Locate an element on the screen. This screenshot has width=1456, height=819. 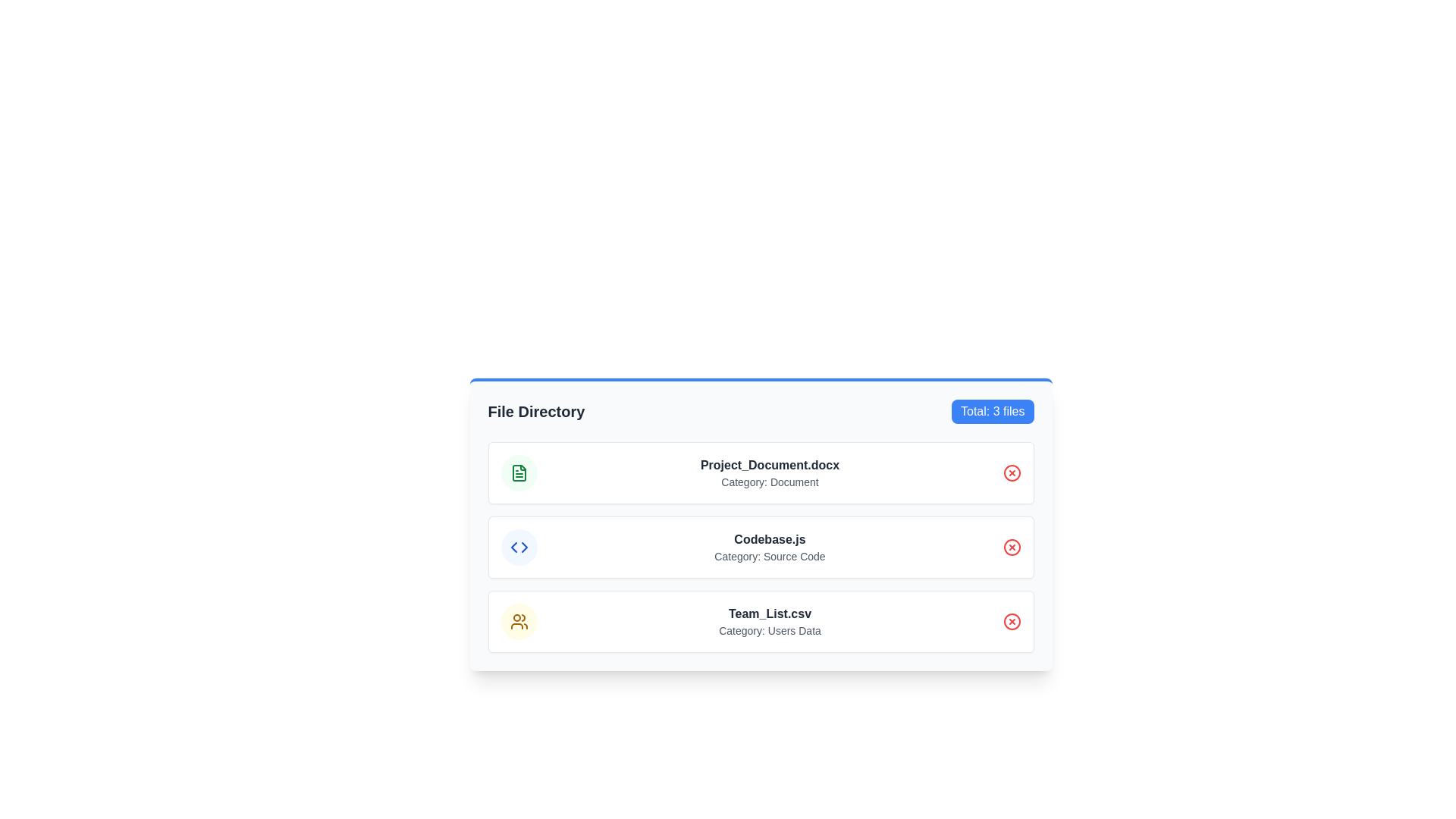
the label containing the title 'Project_Document.docx' and the description 'Category: Document' is located at coordinates (770, 472).